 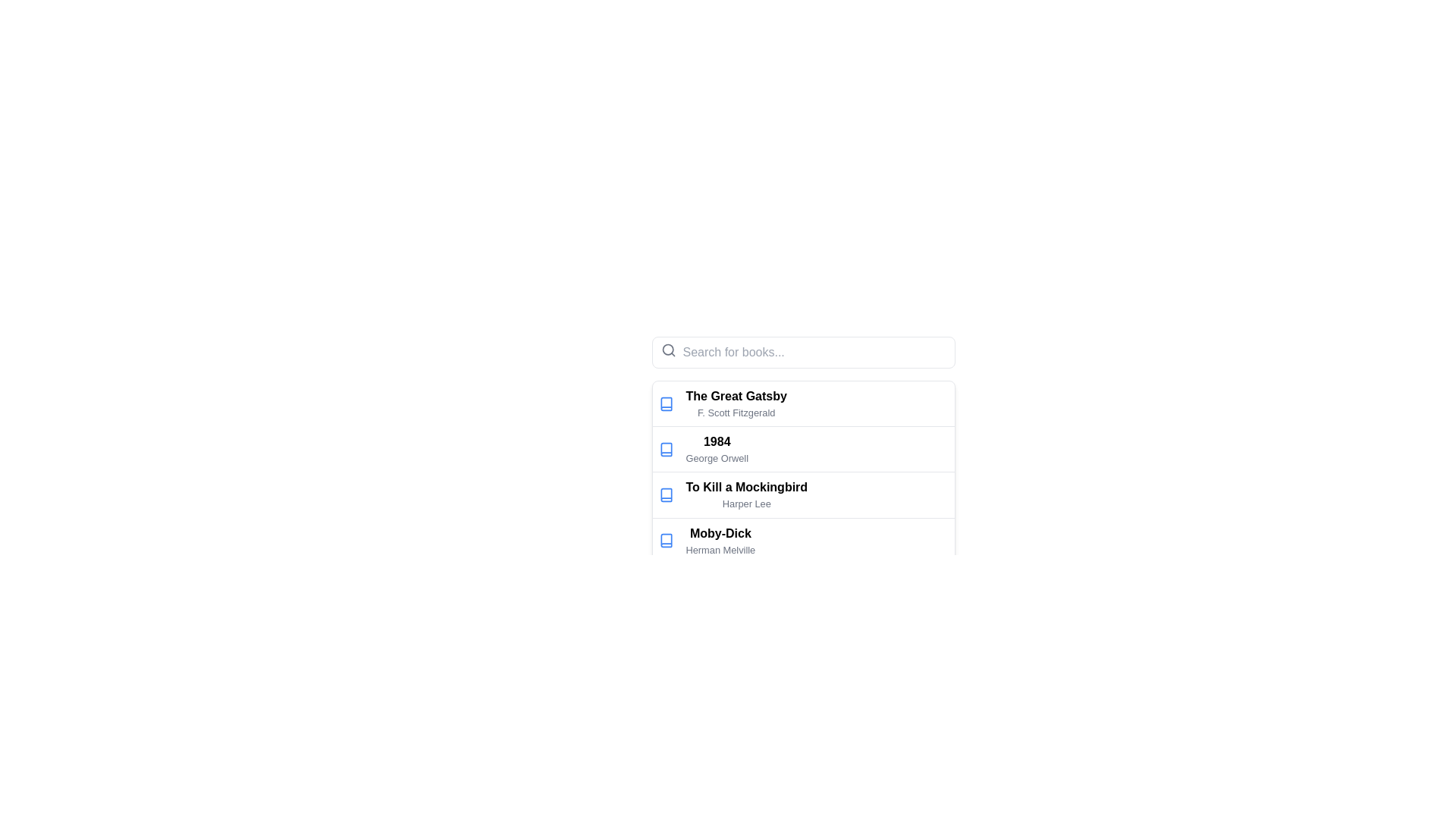 I want to click on the third list item displaying a book's title and author, so click(x=802, y=494).